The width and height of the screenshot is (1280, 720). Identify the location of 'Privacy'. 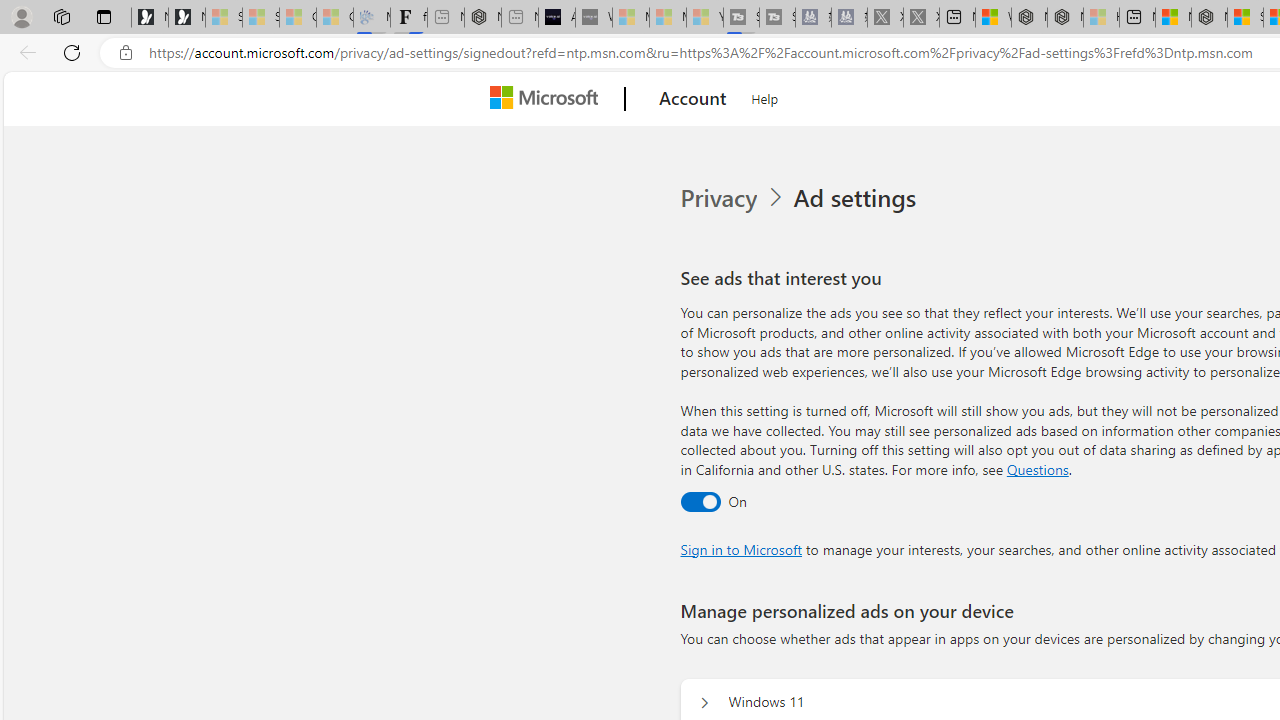
(720, 198).